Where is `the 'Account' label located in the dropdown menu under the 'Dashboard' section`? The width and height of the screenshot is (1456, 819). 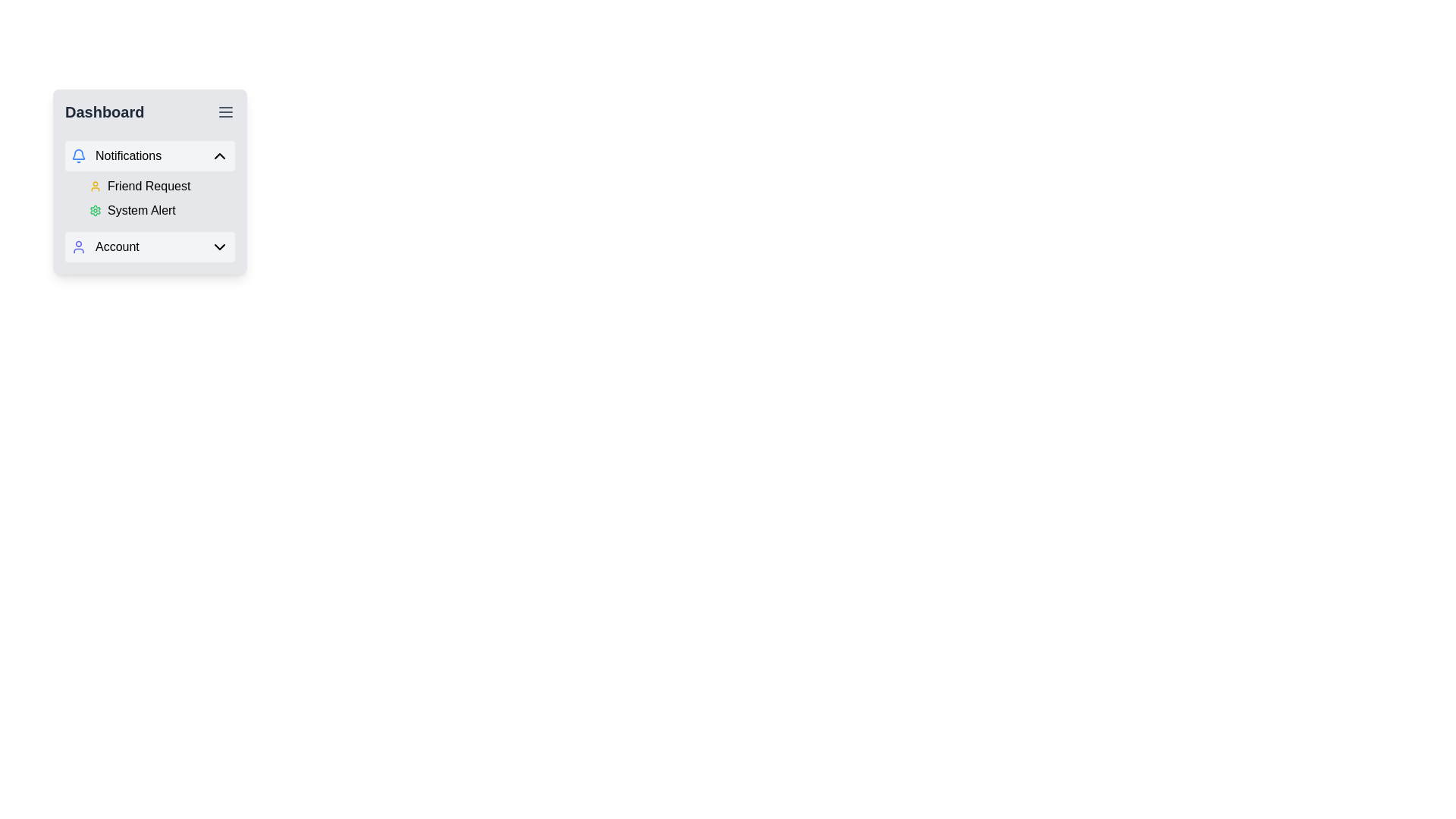 the 'Account' label located in the dropdown menu under the 'Dashboard' section is located at coordinates (104, 246).